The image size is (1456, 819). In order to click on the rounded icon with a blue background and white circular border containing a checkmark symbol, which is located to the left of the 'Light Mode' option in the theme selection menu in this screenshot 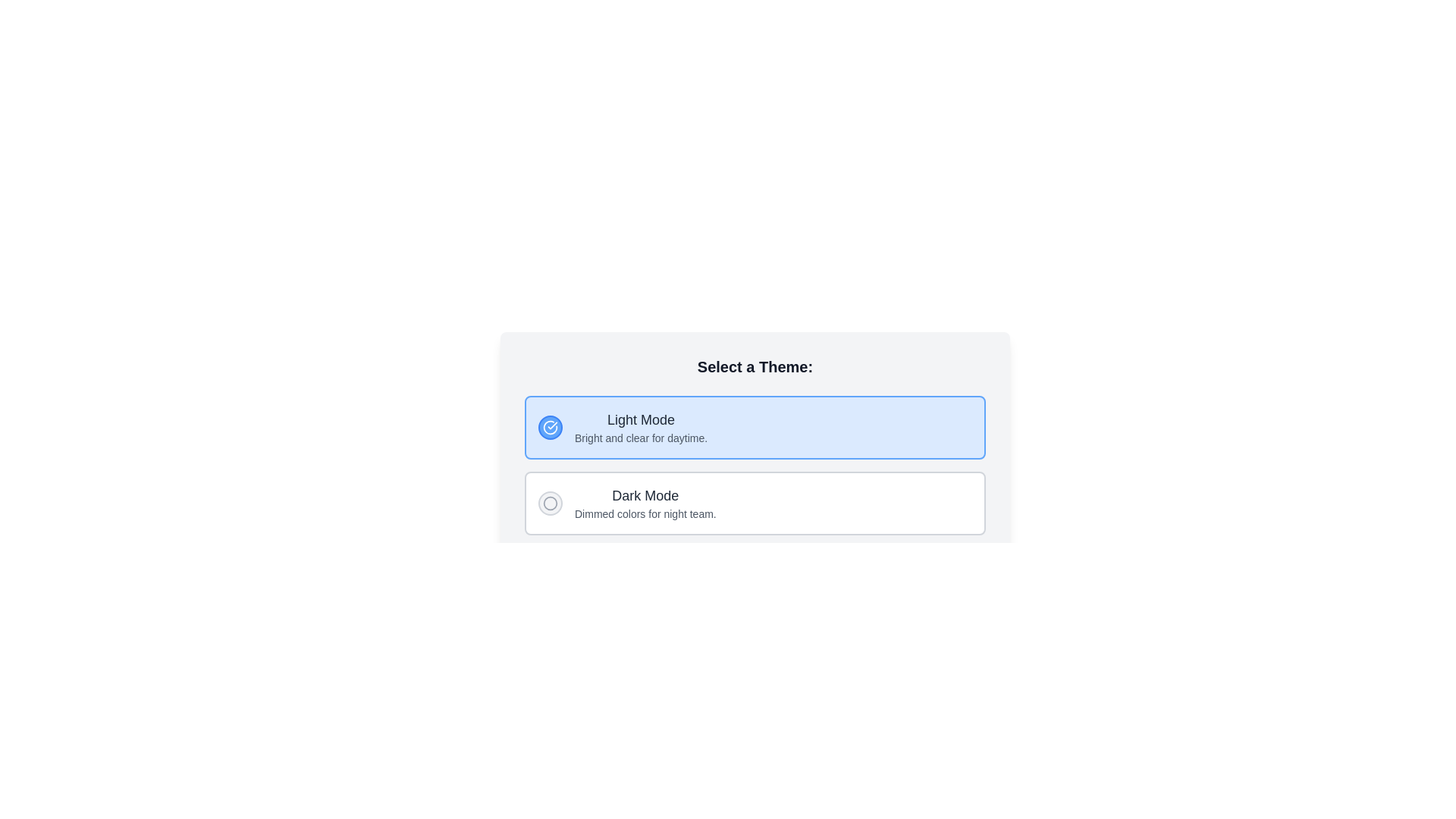, I will do `click(549, 427)`.